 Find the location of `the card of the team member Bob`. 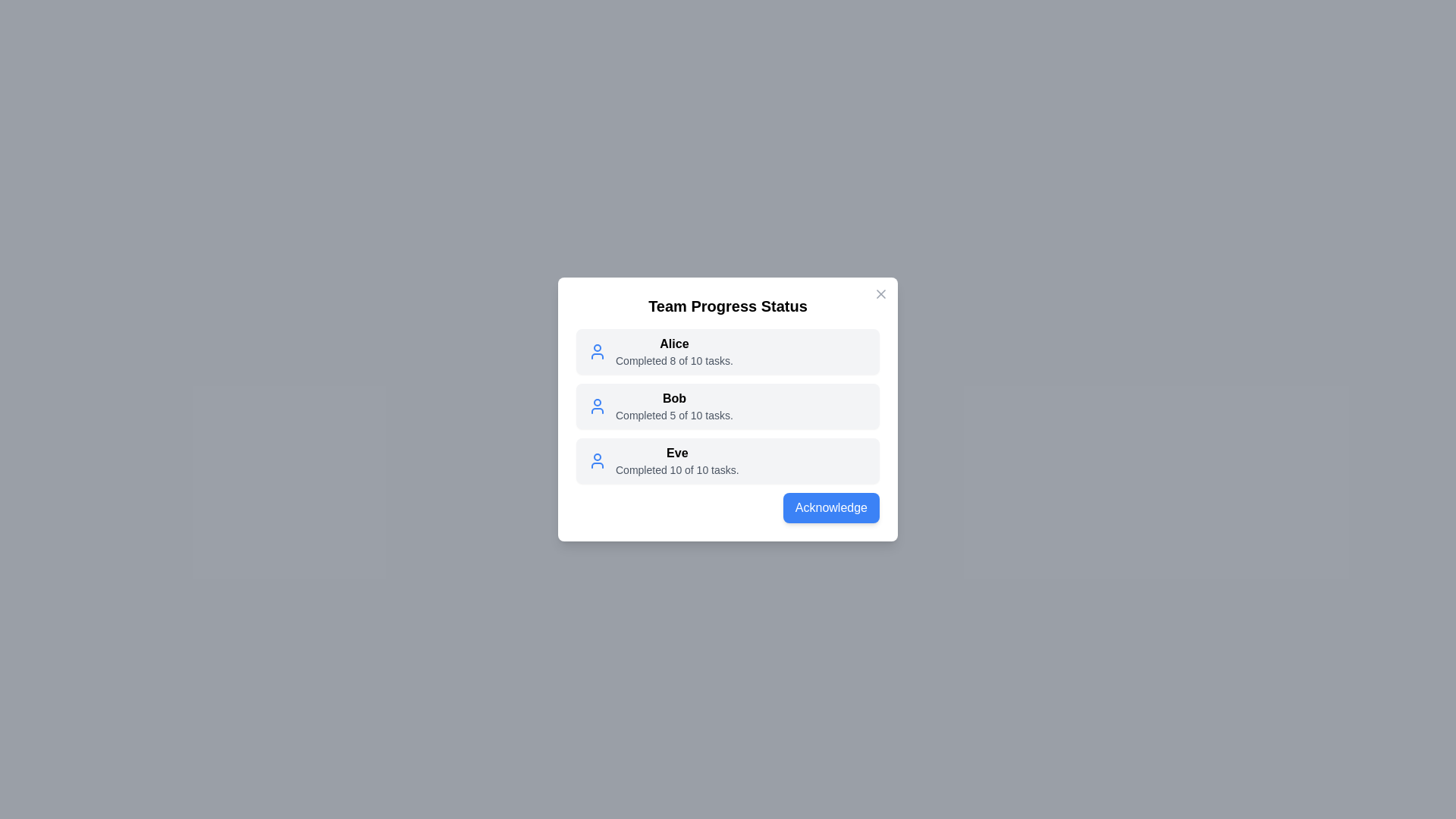

the card of the team member Bob is located at coordinates (728, 406).